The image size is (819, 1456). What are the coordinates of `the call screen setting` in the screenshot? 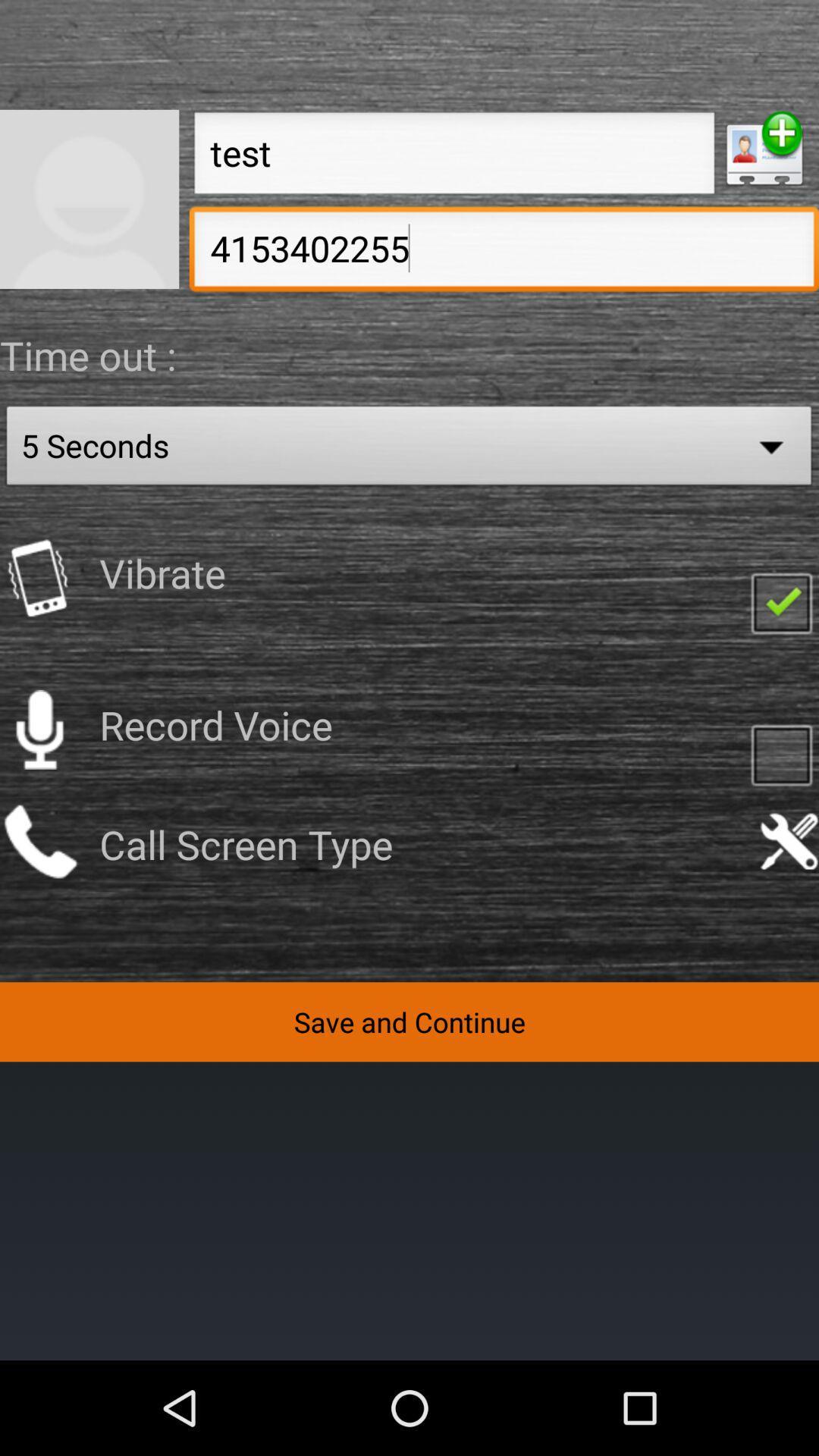 It's located at (788, 841).